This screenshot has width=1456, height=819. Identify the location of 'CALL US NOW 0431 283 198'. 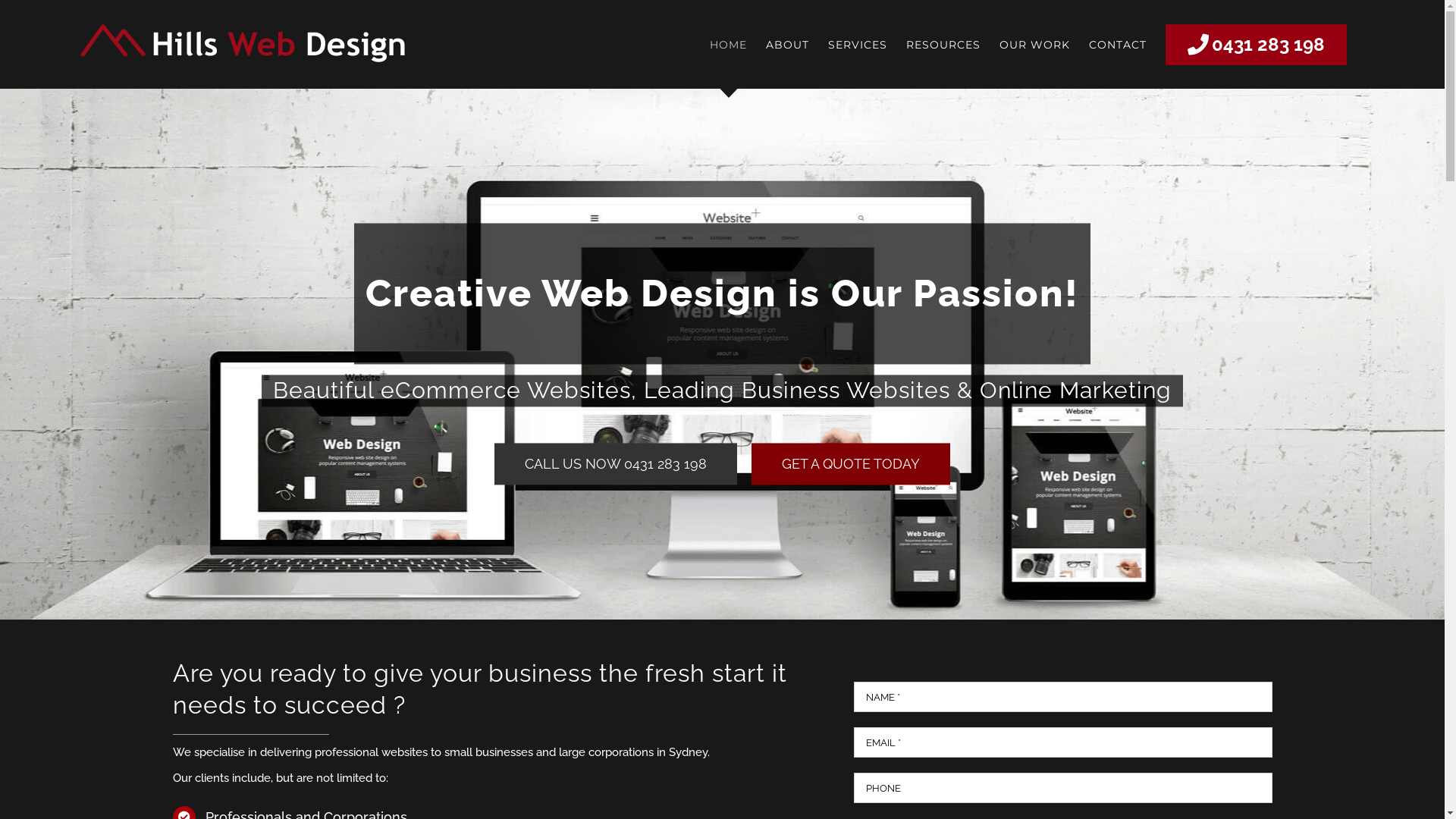
(615, 463).